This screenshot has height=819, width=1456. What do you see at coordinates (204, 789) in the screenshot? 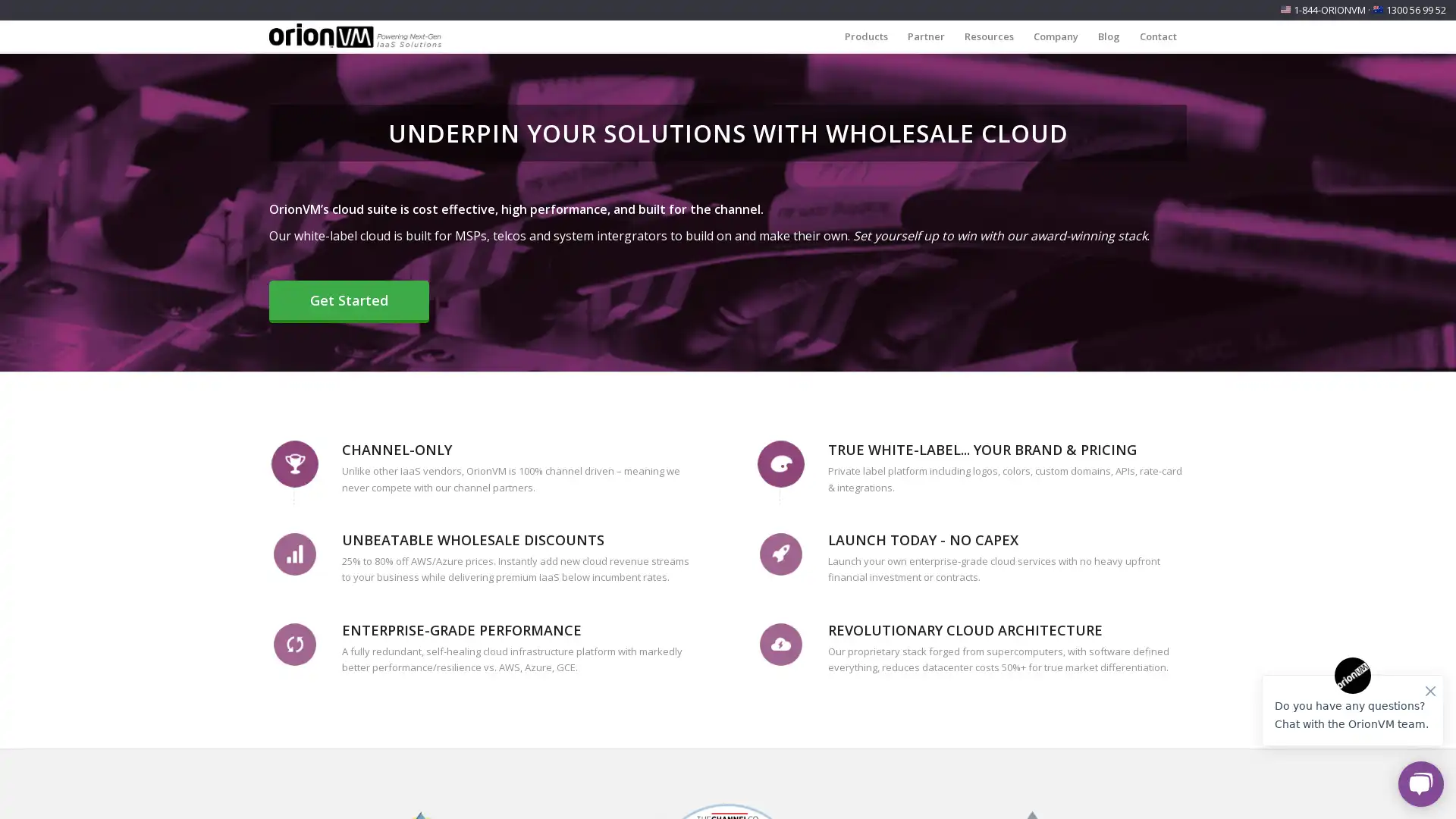
I see `Contact Us` at bounding box center [204, 789].